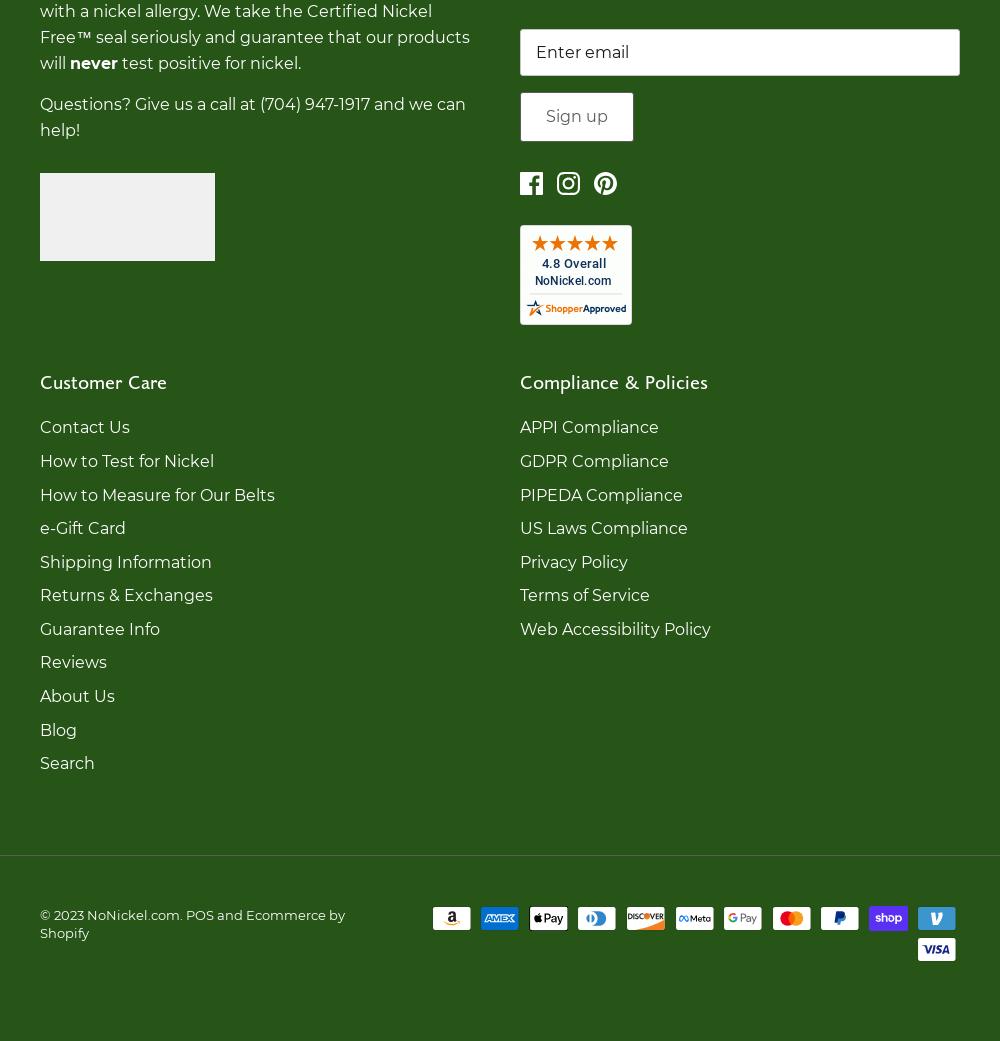  Describe the element at coordinates (593, 459) in the screenshot. I see `'GDPR Compliance'` at that location.